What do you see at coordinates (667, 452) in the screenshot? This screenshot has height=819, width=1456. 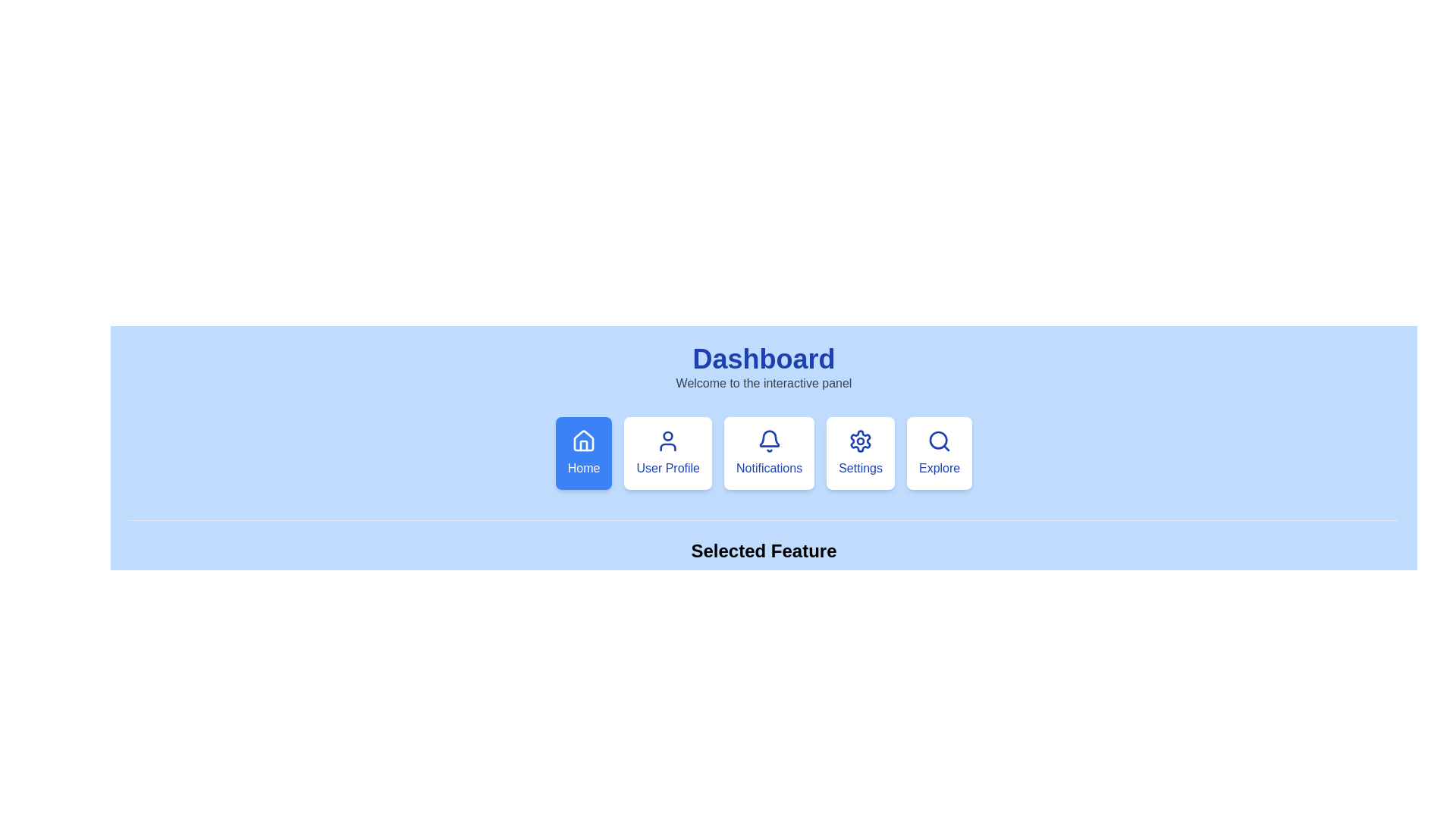 I see `the 'User Profile' button, which is the second option in the navigation menu` at bounding box center [667, 452].